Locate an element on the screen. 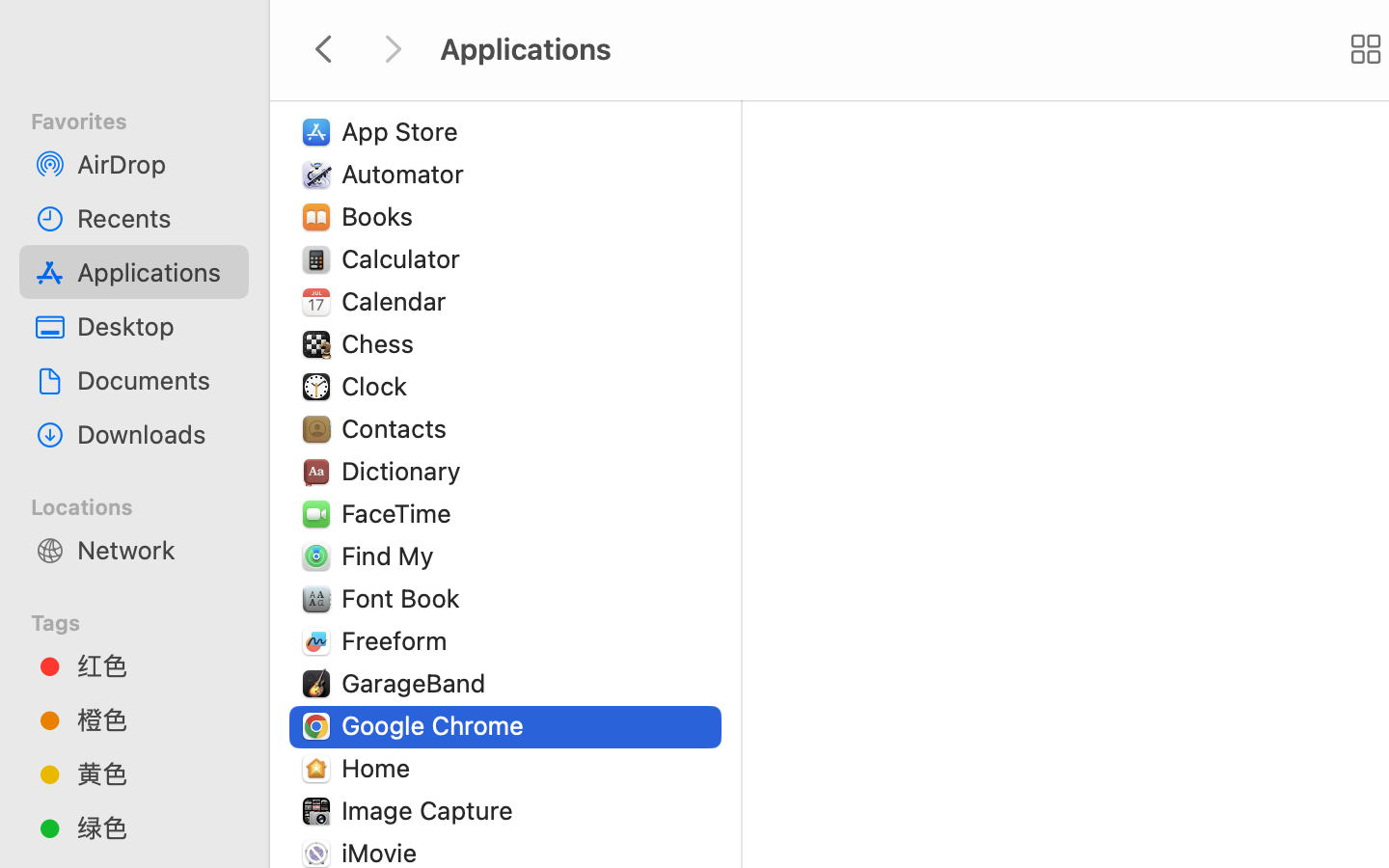 This screenshot has width=1389, height=868. 'Books' is located at coordinates (381, 216).